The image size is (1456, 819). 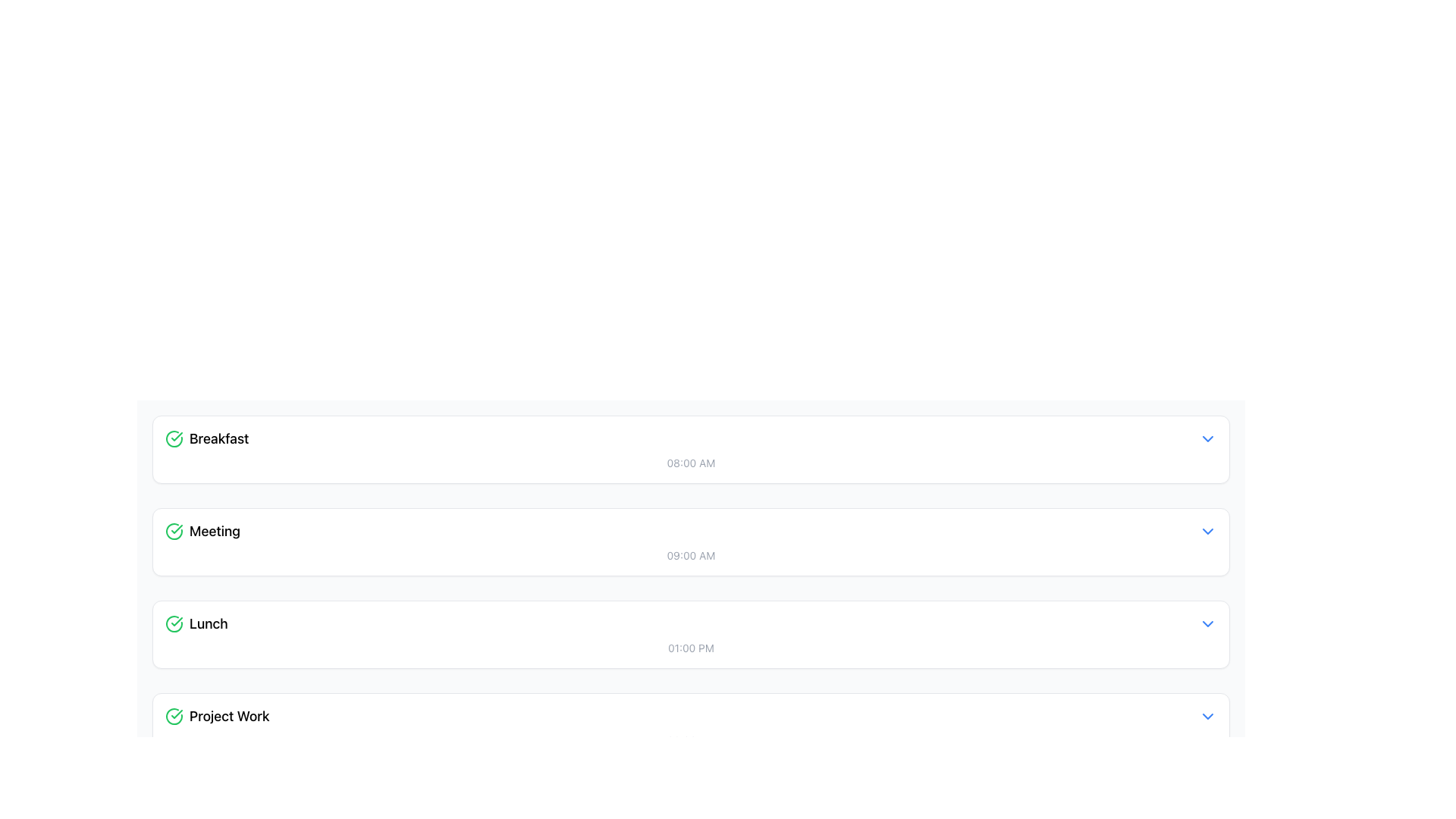 What do you see at coordinates (214, 531) in the screenshot?
I see `the 'Meeting' text label located in the second row of the list, which is positioned to the right of a green check-circle icon and serves as a descriptor for a scheduled task` at bounding box center [214, 531].